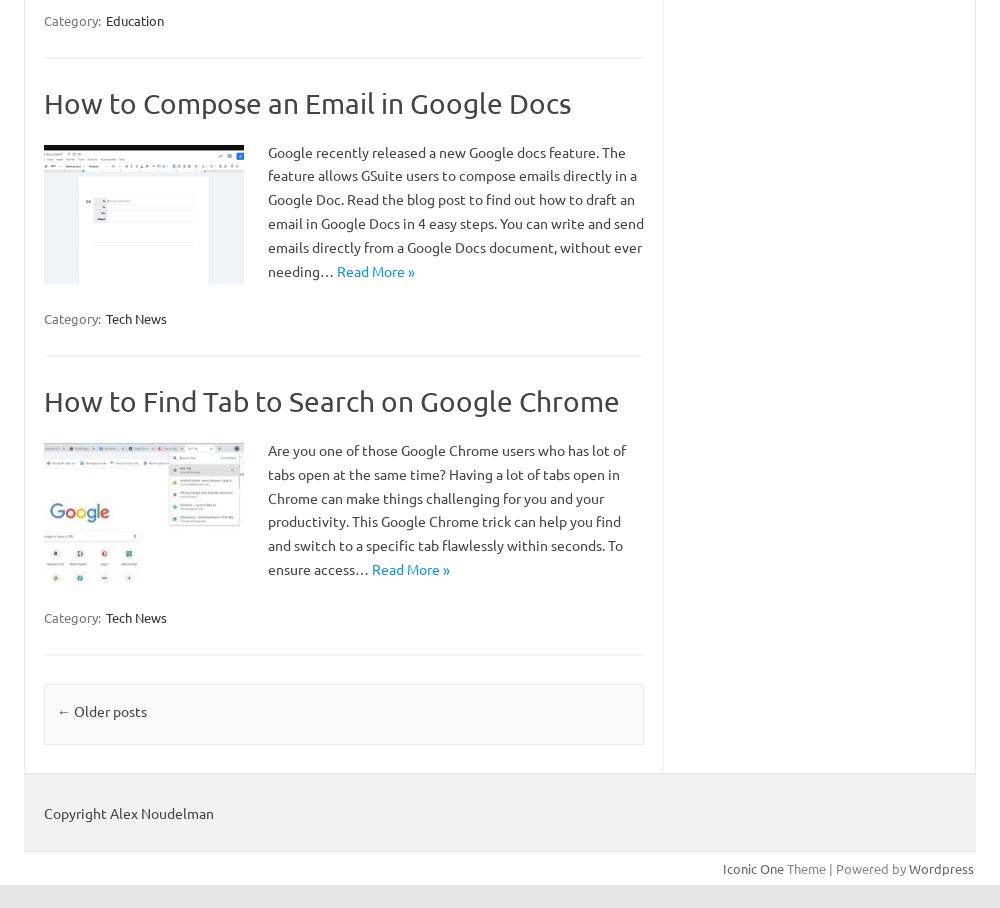  What do you see at coordinates (845, 866) in the screenshot?
I see `'Theme | Powered by'` at bounding box center [845, 866].